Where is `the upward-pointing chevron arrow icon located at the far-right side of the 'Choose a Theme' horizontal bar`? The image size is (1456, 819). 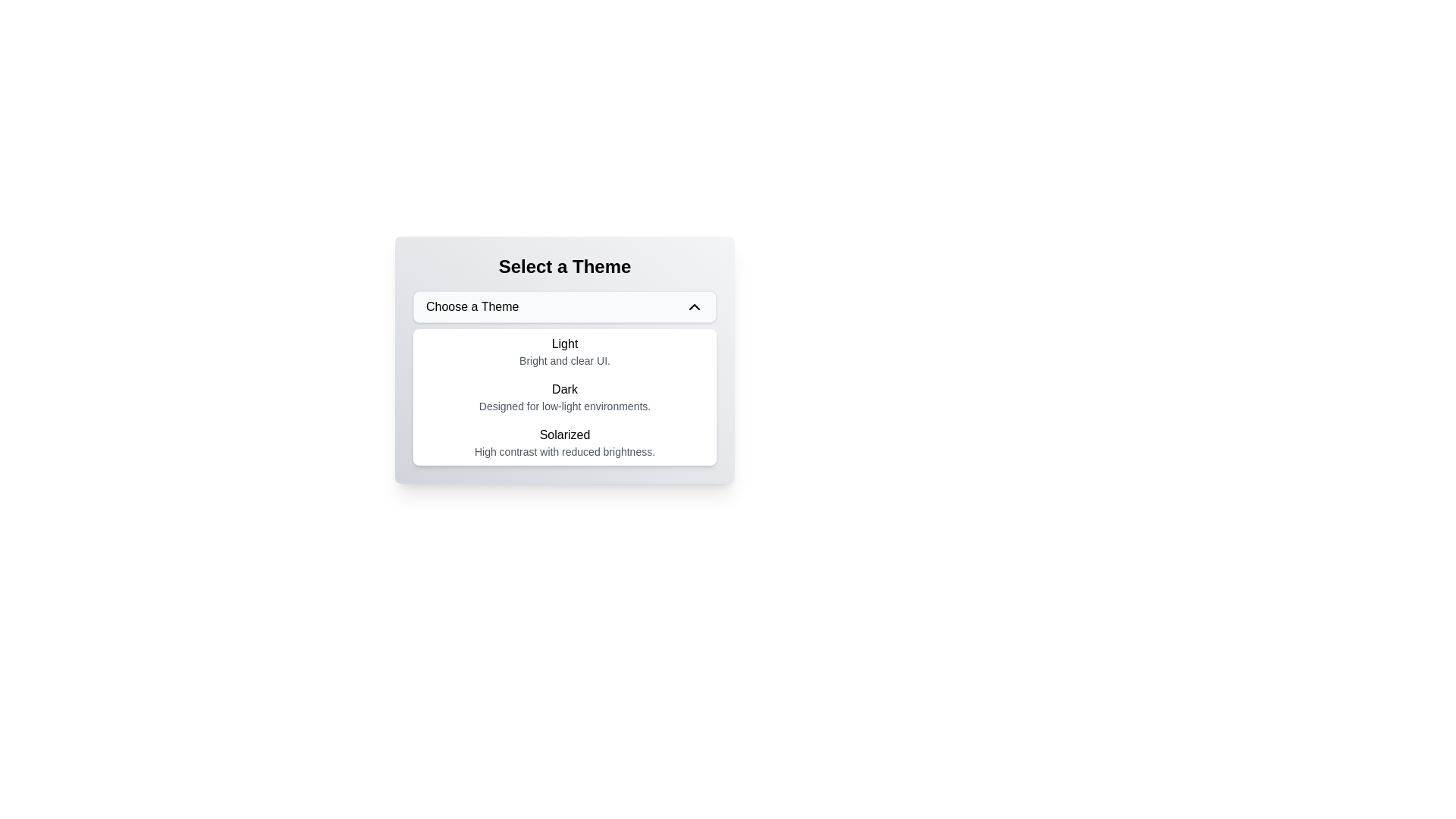 the upward-pointing chevron arrow icon located at the far-right side of the 'Choose a Theme' horizontal bar is located at coordinates (694, 307).